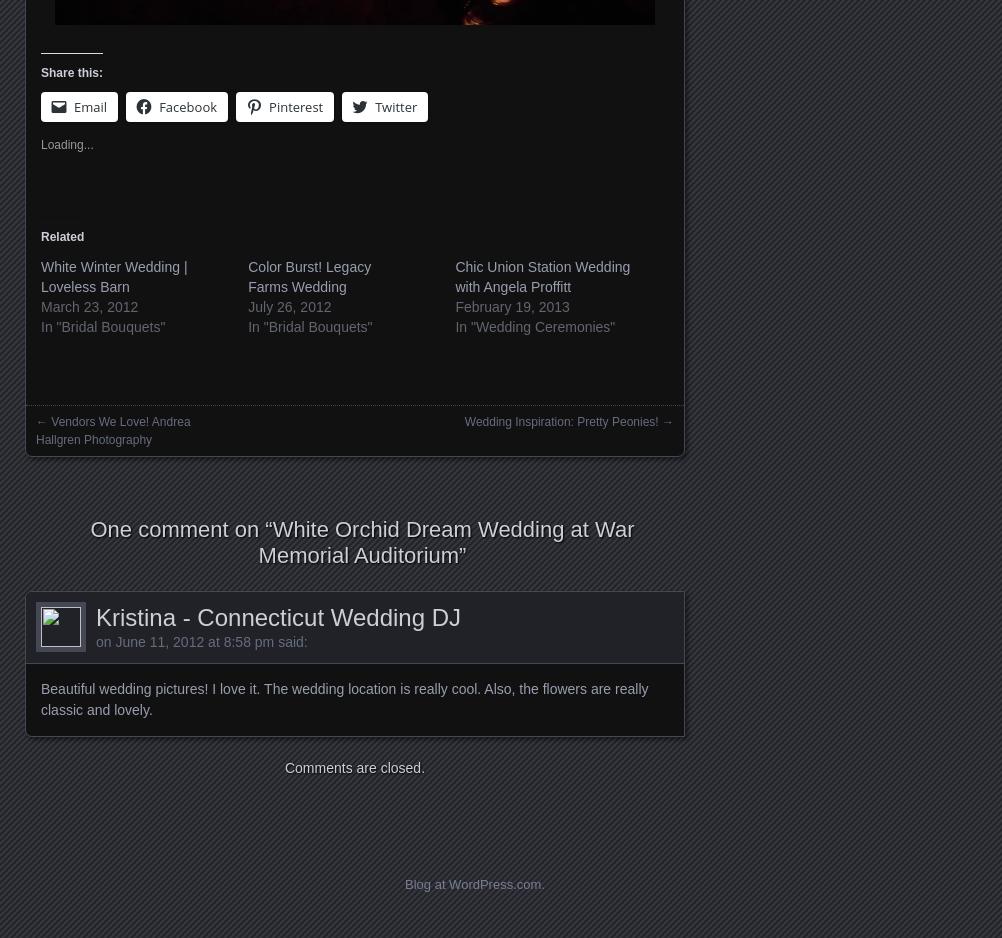 This screenshot has height=938, width=1002. What do you see at coordinates (89, 106) in the screenshot?
I see `'Email'` at bounding box center [89, 106].